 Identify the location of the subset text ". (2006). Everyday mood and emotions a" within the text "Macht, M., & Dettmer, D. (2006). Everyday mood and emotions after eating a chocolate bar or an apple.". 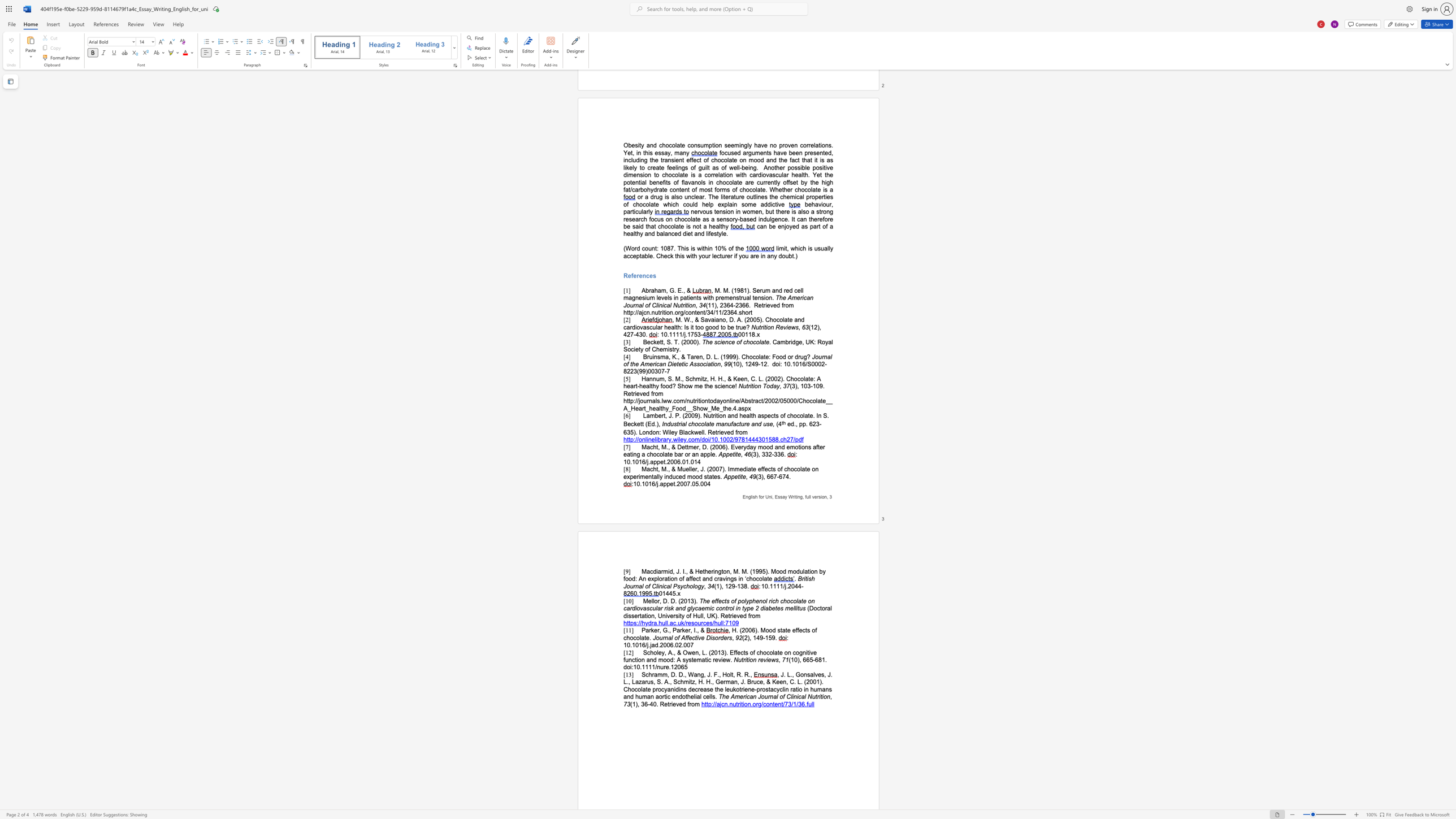
(706, 447).